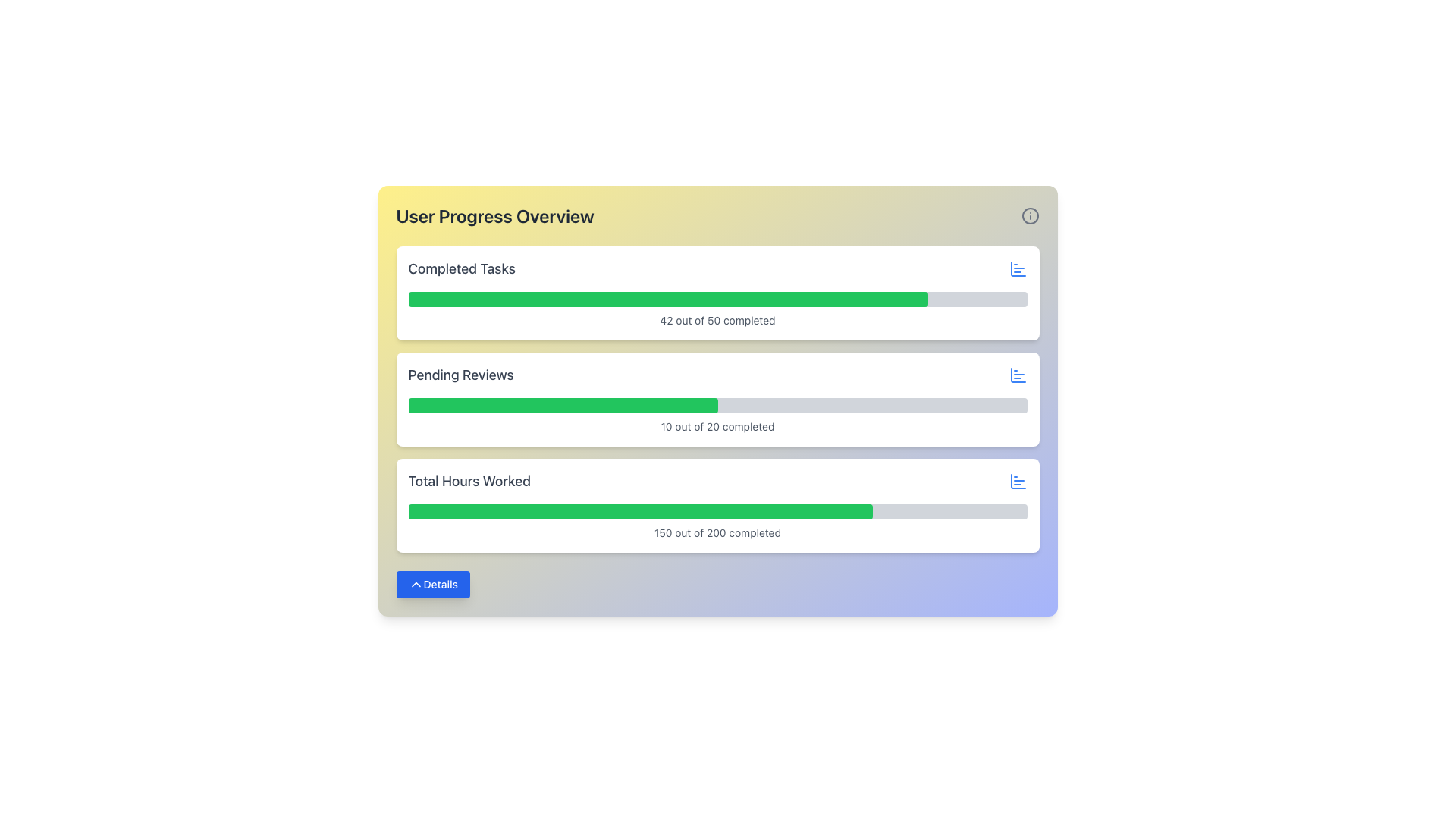  Describe the element at coordinates (717, 427) in the screenshot. I see `the text label displaying '10 out of 20 completed' located below the progress bar in the 'Pending Reviews' section` at that location.